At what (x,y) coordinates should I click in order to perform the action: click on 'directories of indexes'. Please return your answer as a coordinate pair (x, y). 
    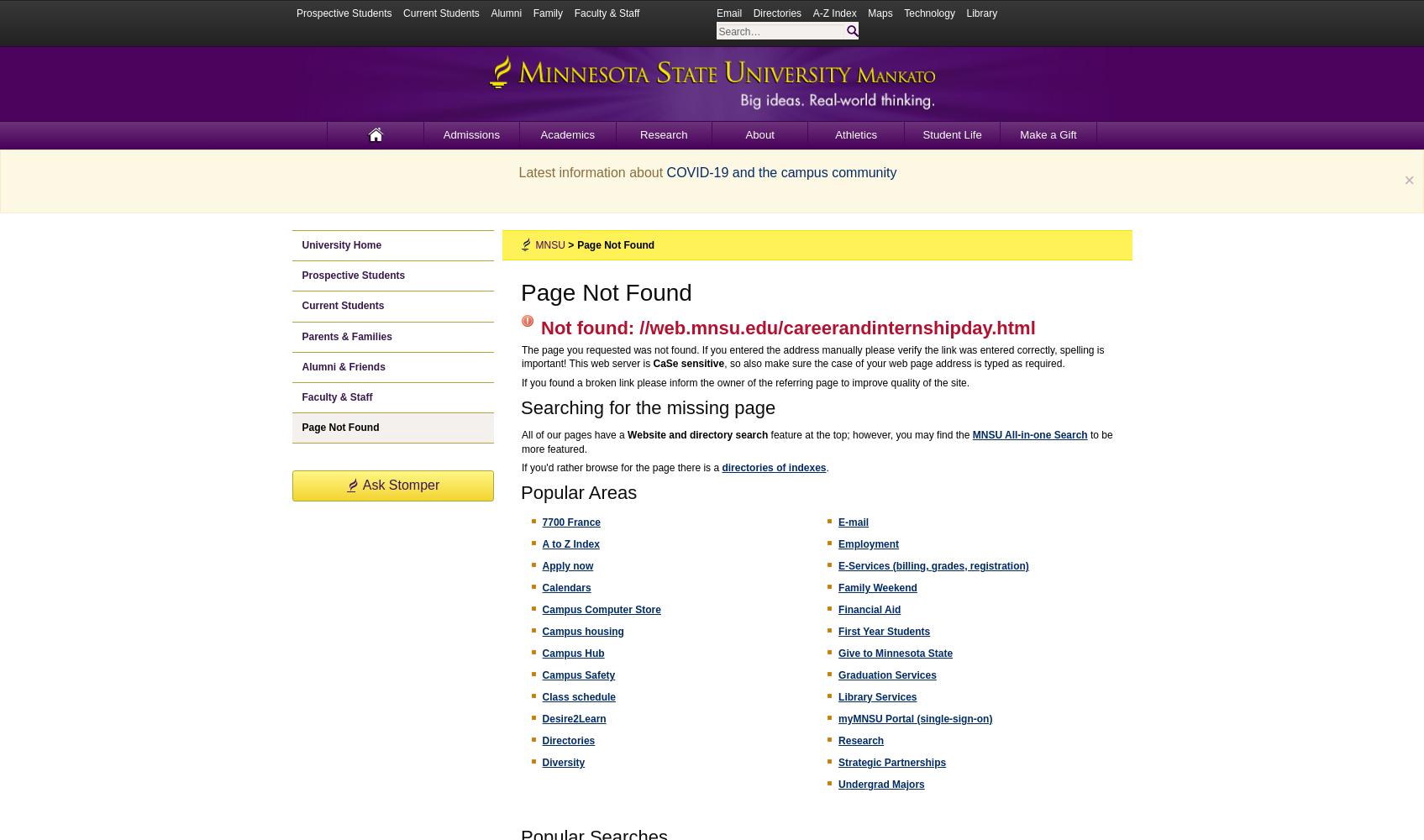
    Looking at the image, I should click on (774, 468).